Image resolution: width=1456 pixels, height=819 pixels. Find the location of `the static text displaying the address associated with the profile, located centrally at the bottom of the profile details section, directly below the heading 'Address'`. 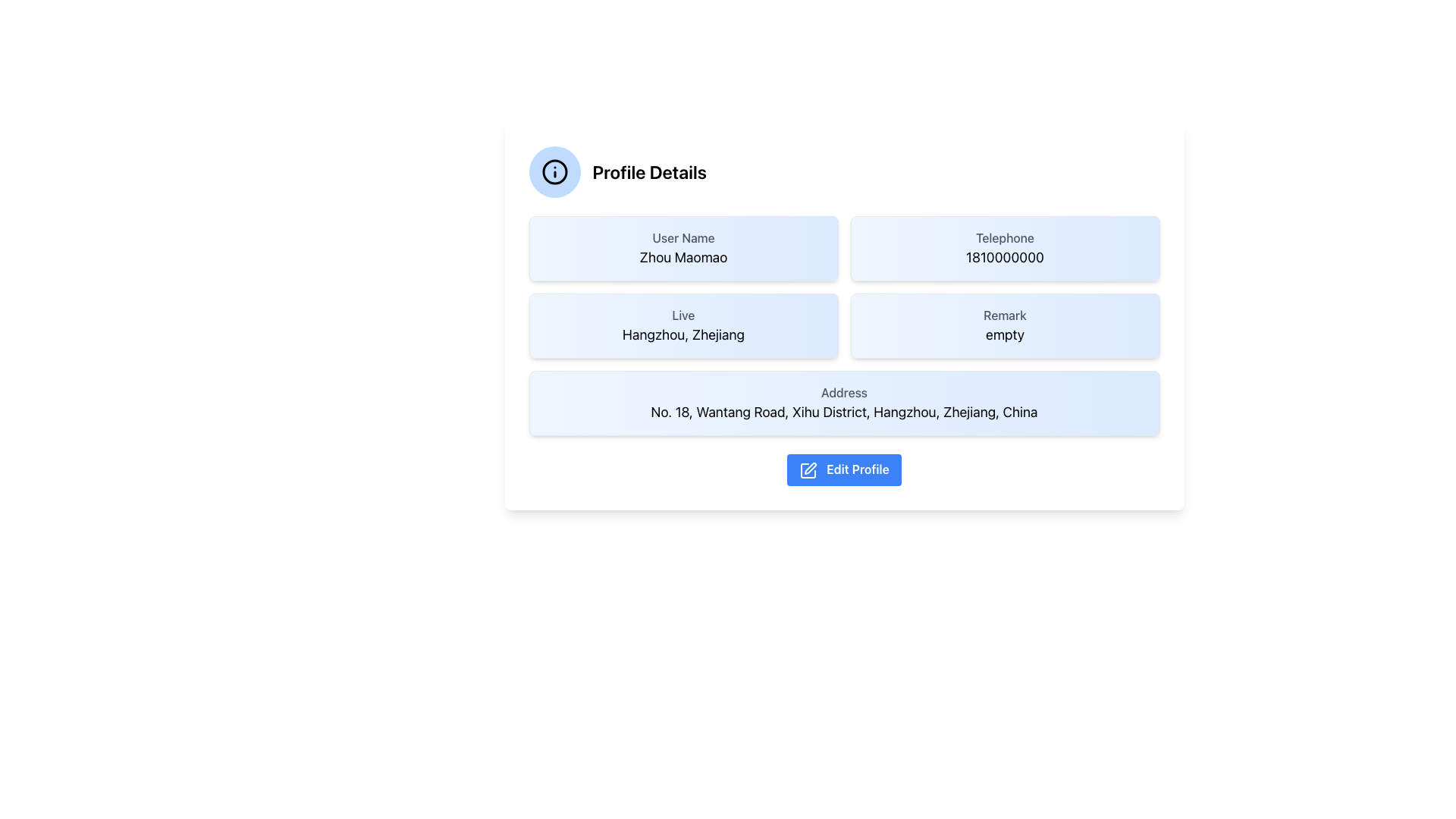

the static text displaying the address associated with the profile, located centrally at the bottom of the profile details section, directly below the heading 'Address' is located at coordinates (843, 412).